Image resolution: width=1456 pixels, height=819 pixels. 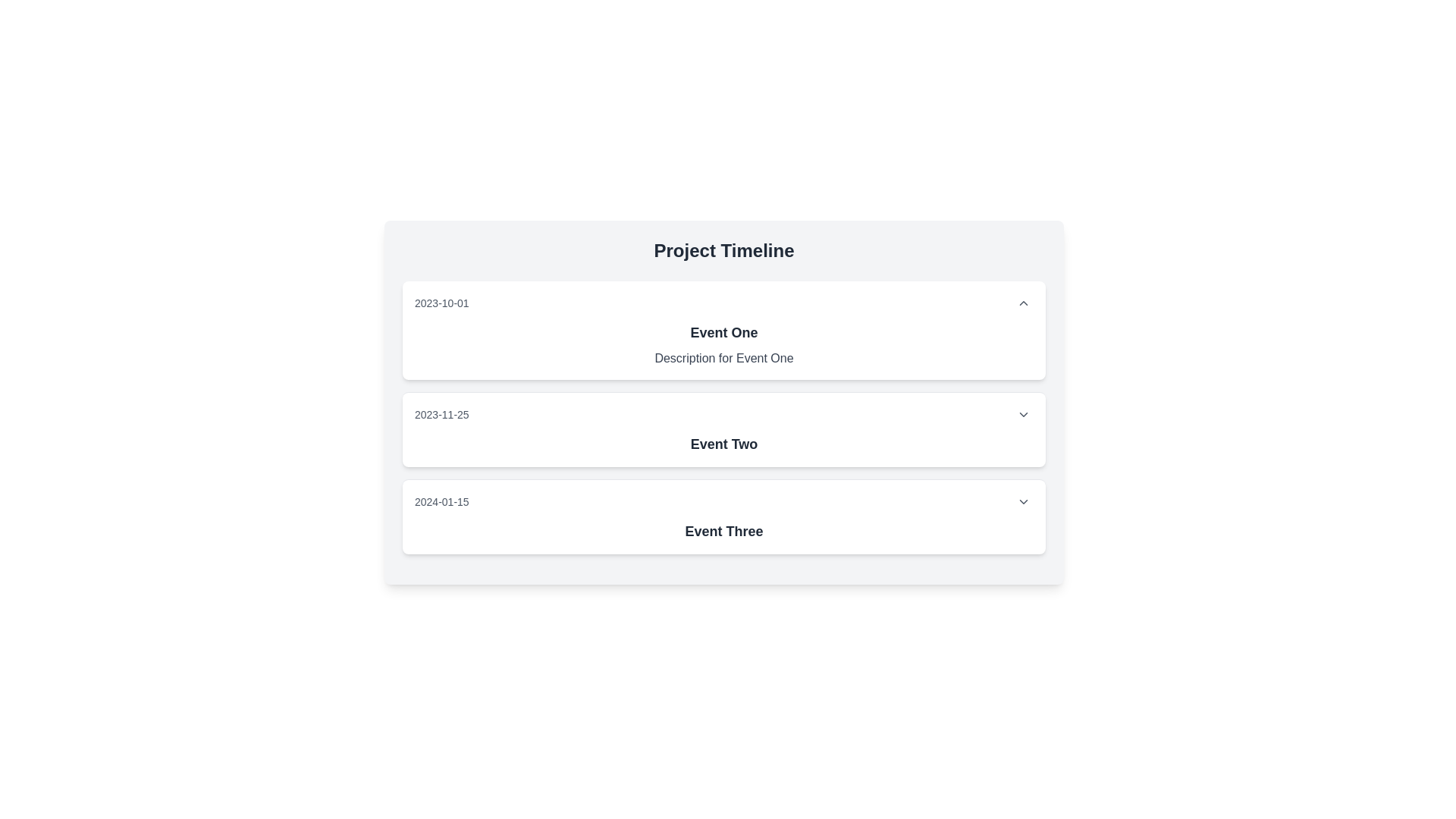 I want to click on the downward-pointing chevron icon in the 'Event Three' row of the timeline interface, so click(x=1023, y=502).